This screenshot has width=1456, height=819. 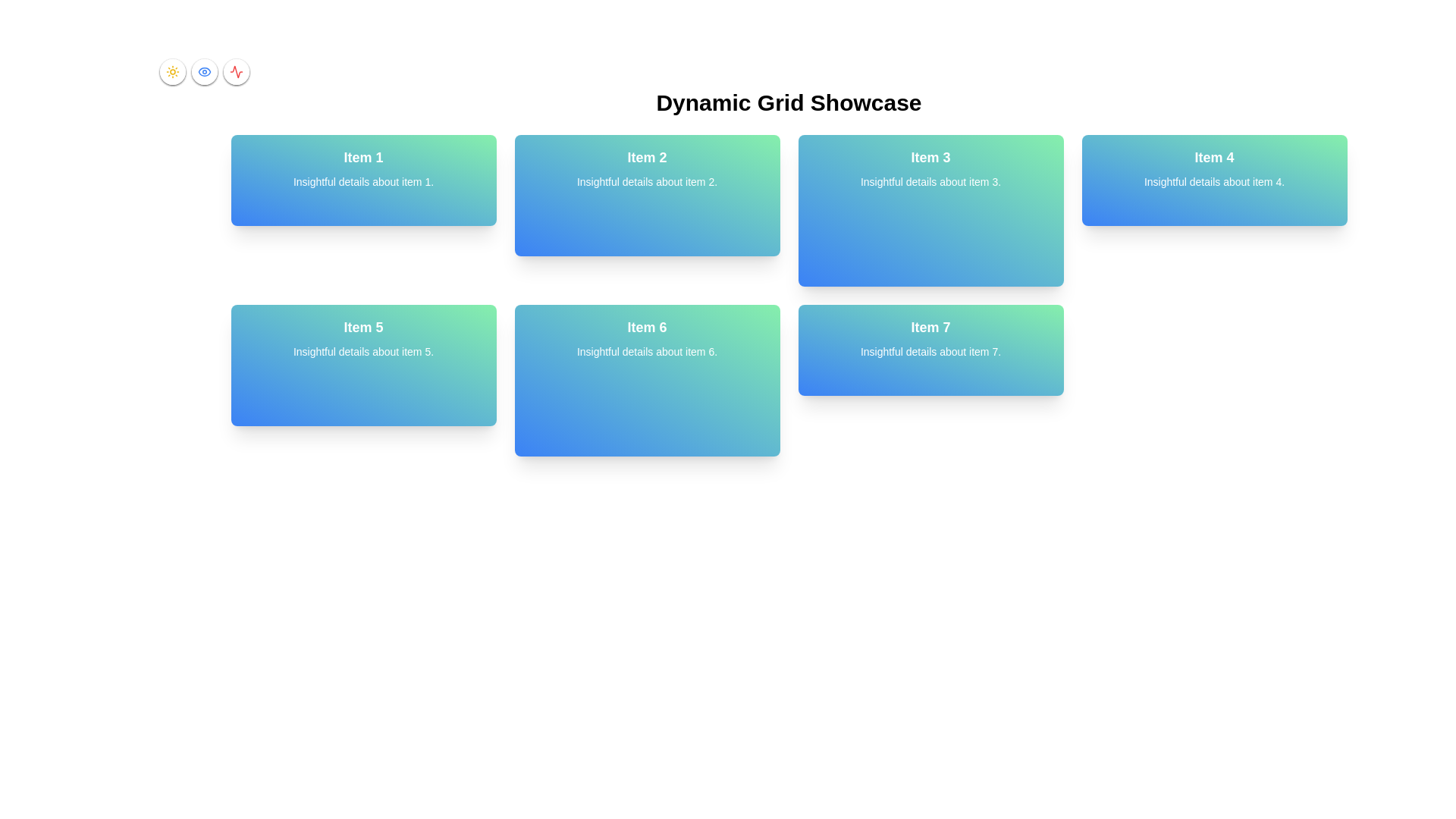 I want to click on the toggle button for brightness in the top-left corner of the layout, which features a yellow sun icon, so click(x=172, y=72).